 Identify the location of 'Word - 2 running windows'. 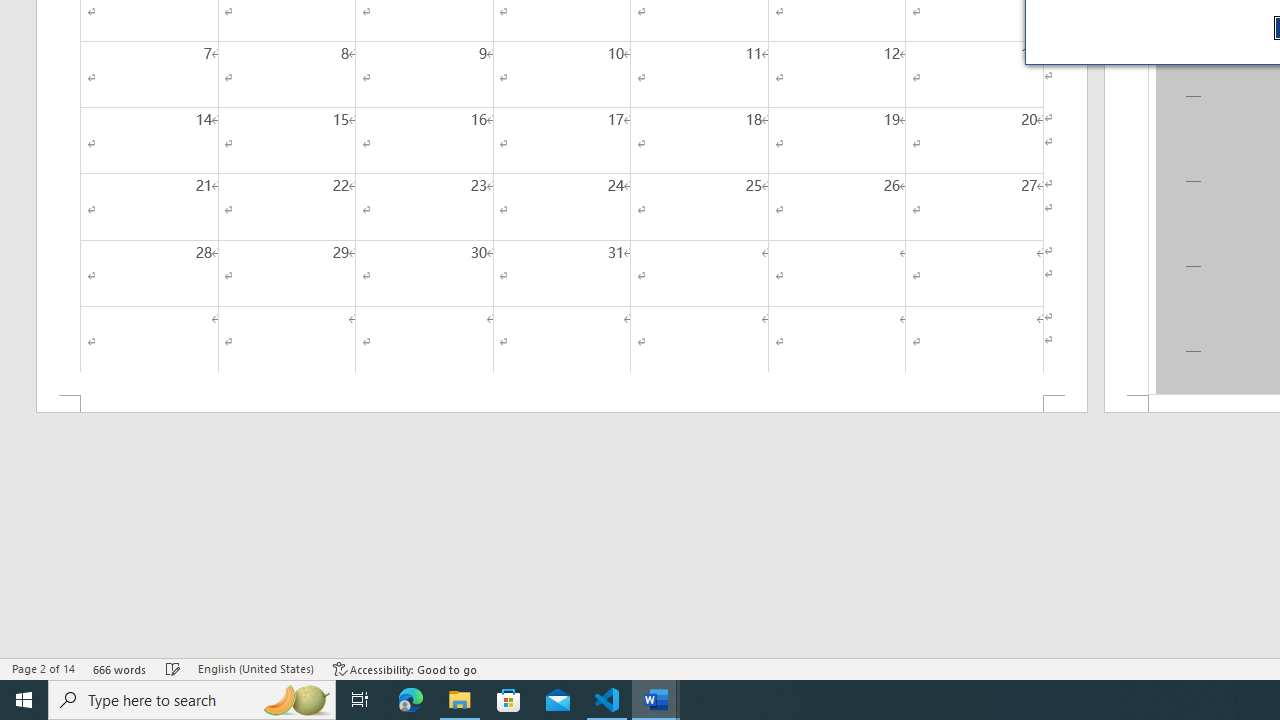
(656, 698).